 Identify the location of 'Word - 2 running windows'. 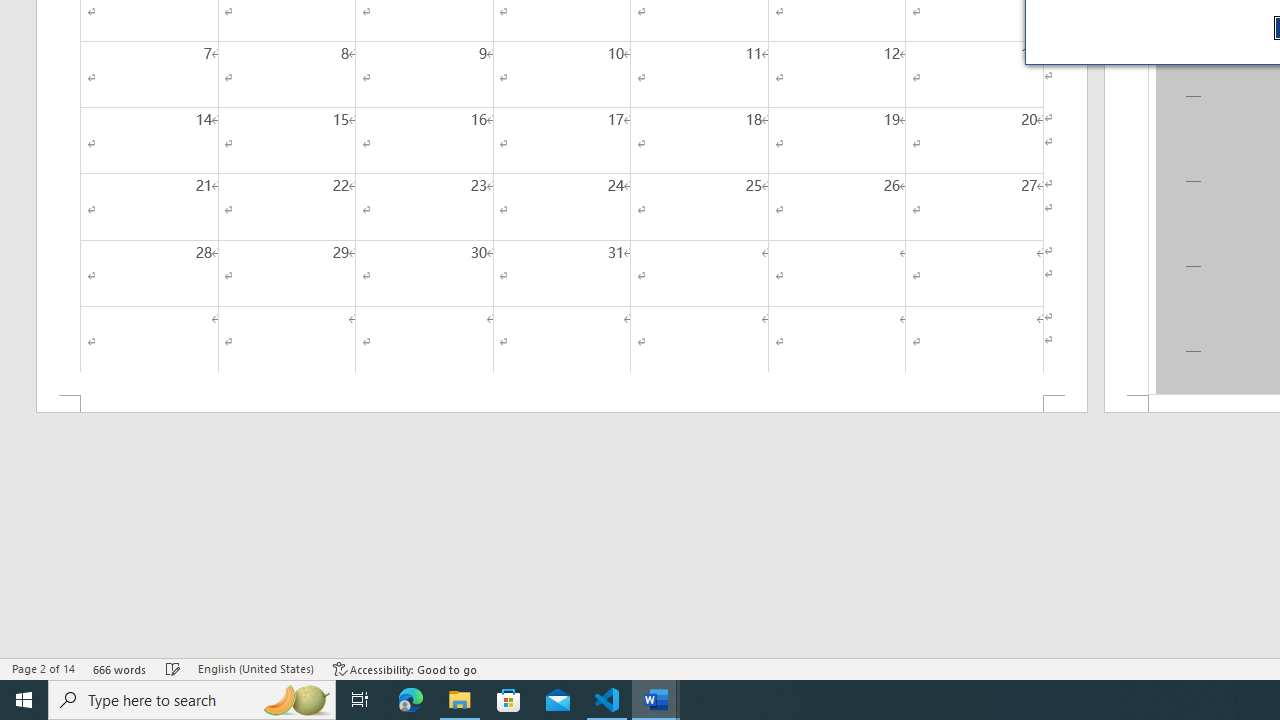
(656, 698).